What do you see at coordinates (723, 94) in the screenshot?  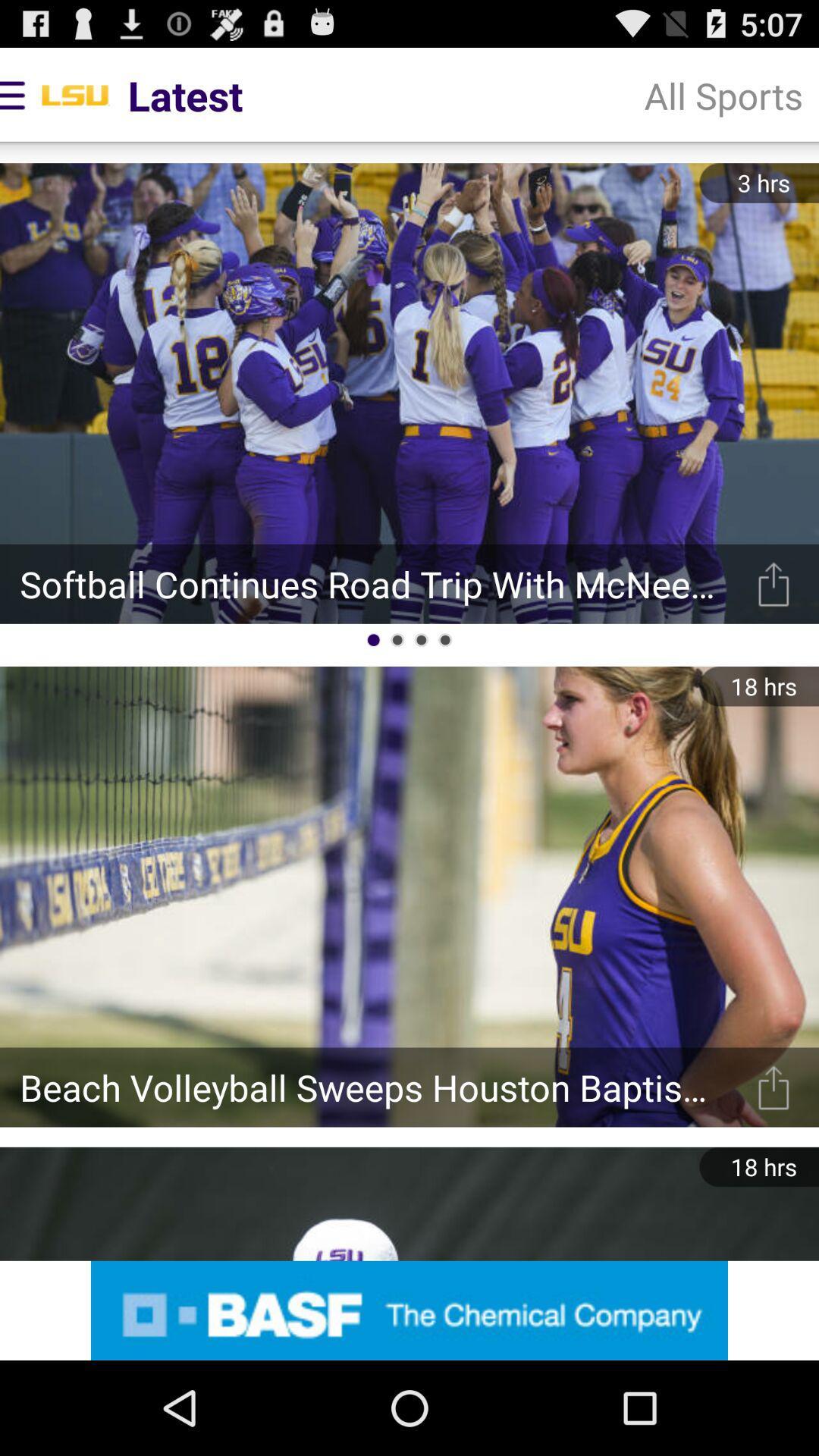 I see `the item to the right of latest app` at bounding box center [723, 94].